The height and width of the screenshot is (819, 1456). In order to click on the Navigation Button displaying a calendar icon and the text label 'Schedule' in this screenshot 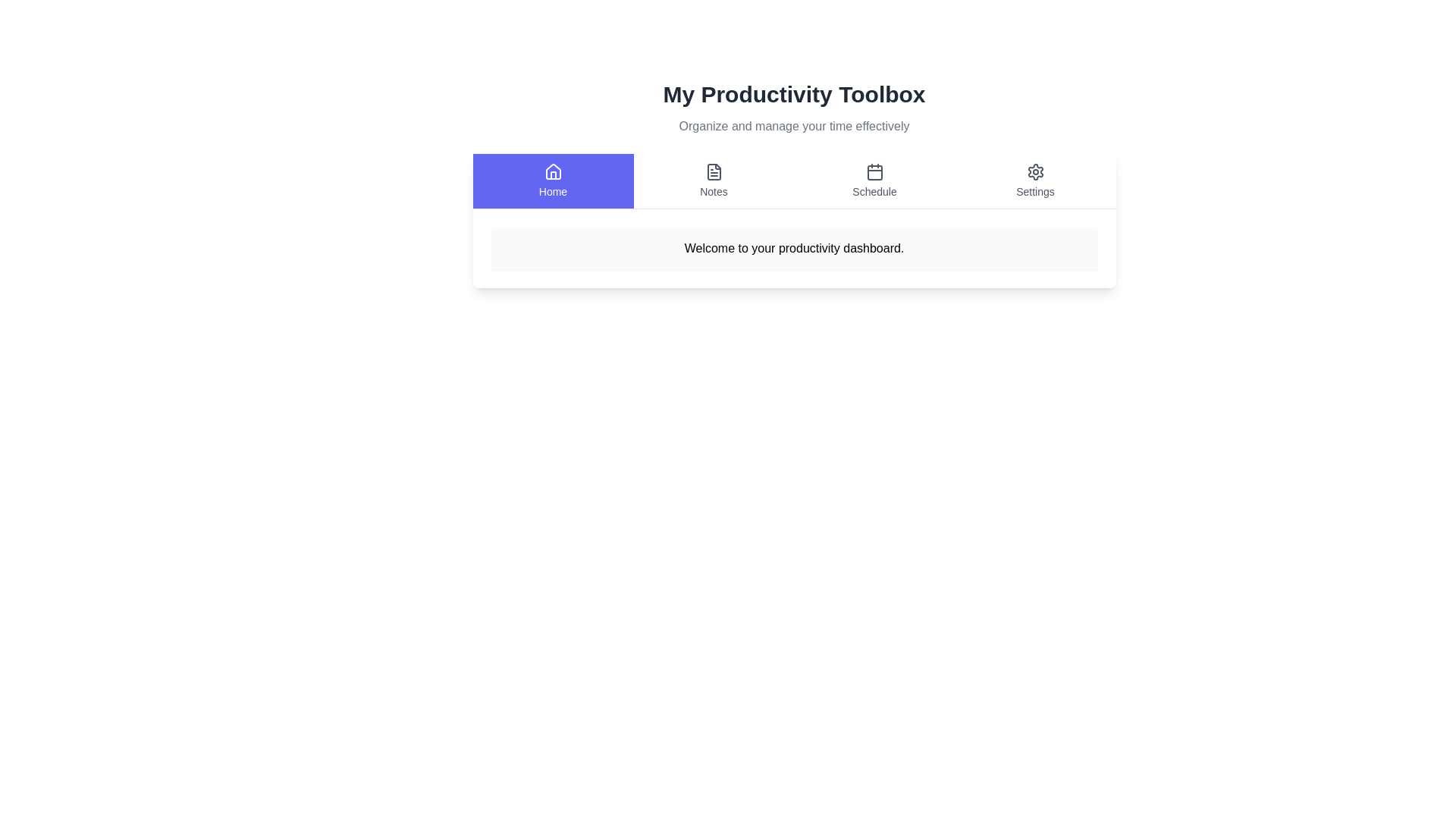, I will do `click(874, 180)`.